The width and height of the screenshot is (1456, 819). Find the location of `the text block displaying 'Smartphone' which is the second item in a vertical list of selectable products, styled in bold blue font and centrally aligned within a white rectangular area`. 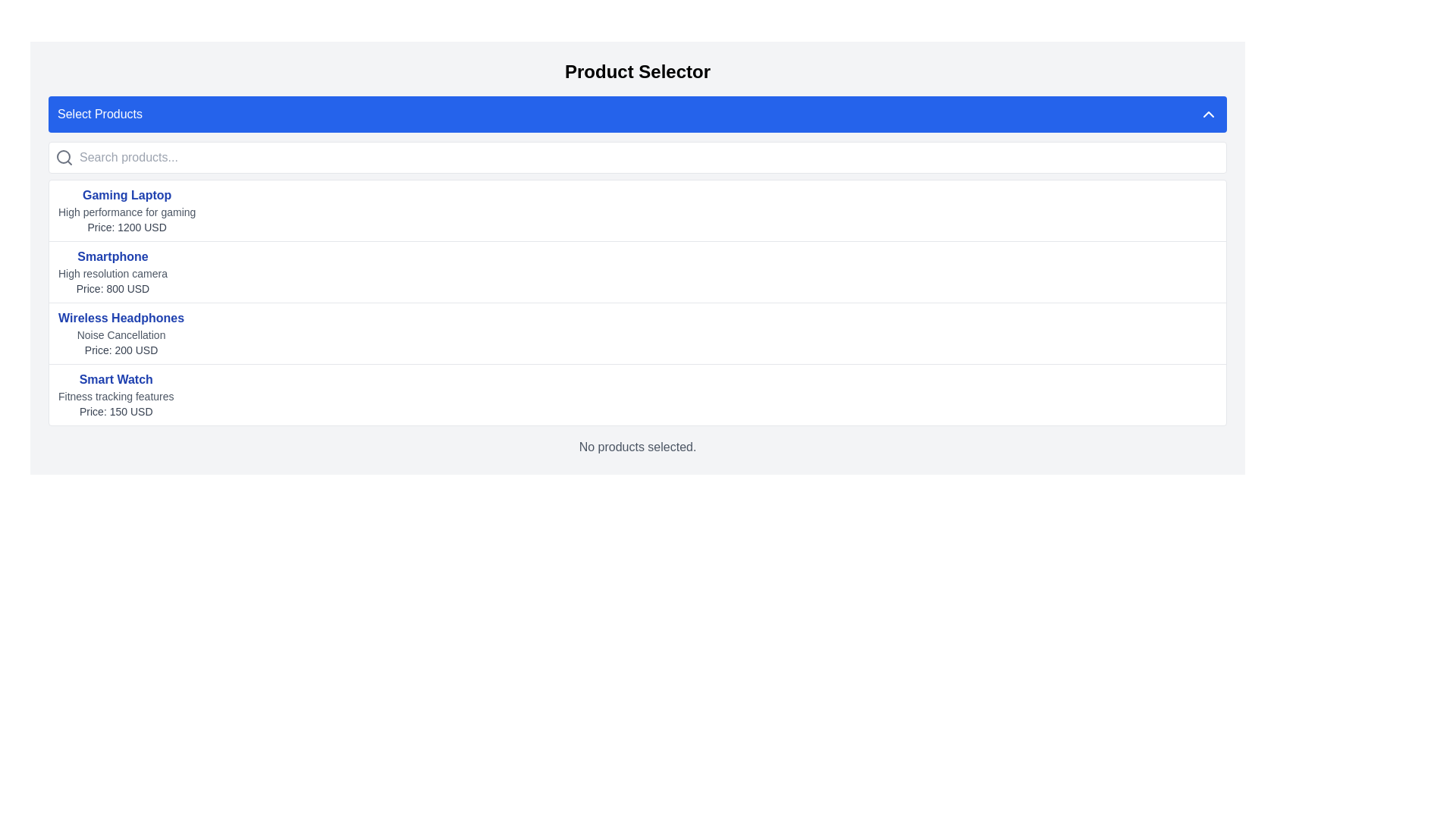

the text block displaying 'Smartphone' which is the second item in a vertical list of selectable products, styled in bold blue font and centrally aligned within a white rectangular area is located at coordinates (111, 271).